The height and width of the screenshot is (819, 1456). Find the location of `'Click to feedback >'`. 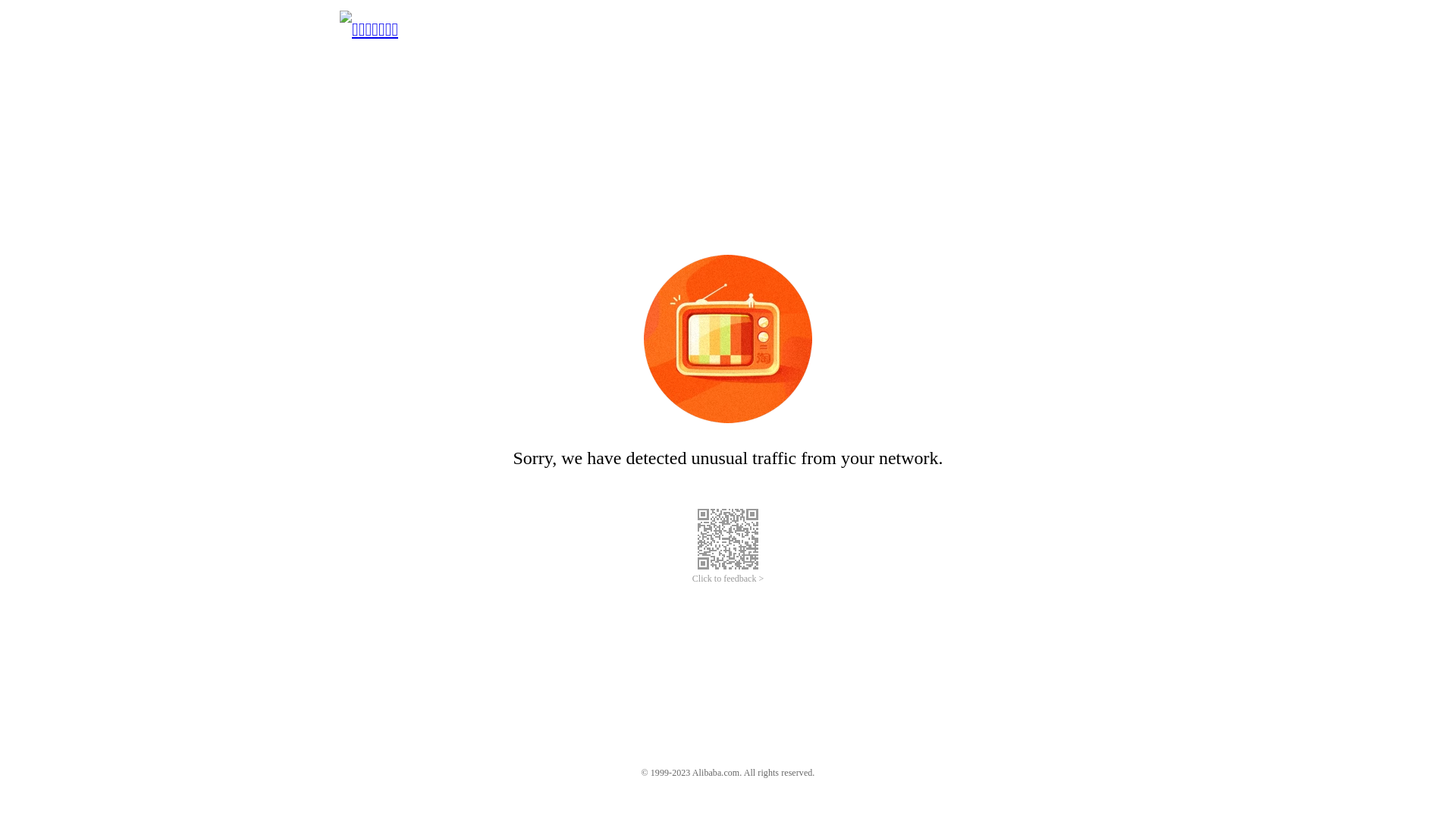

'Click to feedback >' is located at coordinates (728, 579).